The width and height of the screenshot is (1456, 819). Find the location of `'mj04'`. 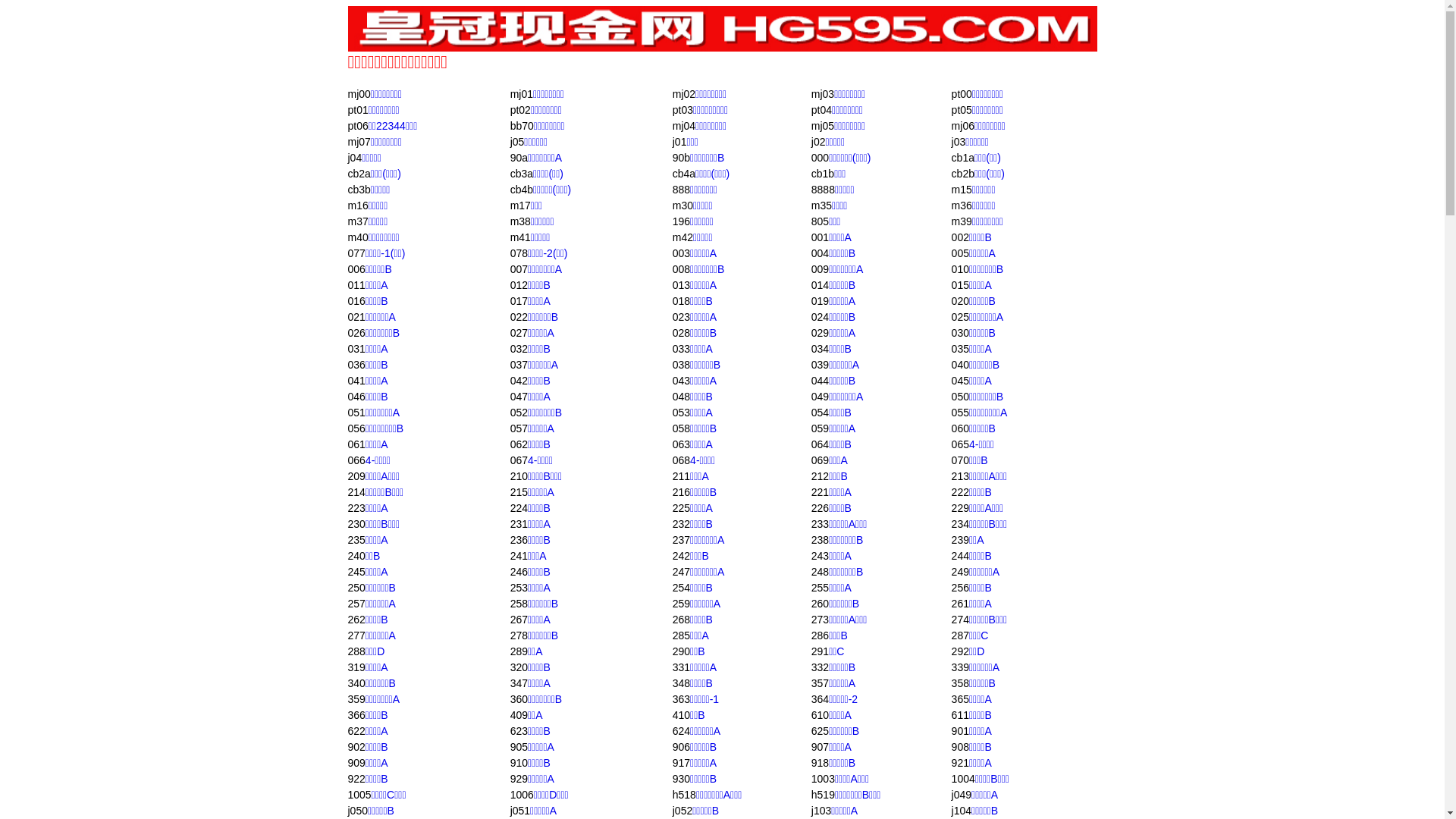

'mj04' is located at coordinates (683, 124).